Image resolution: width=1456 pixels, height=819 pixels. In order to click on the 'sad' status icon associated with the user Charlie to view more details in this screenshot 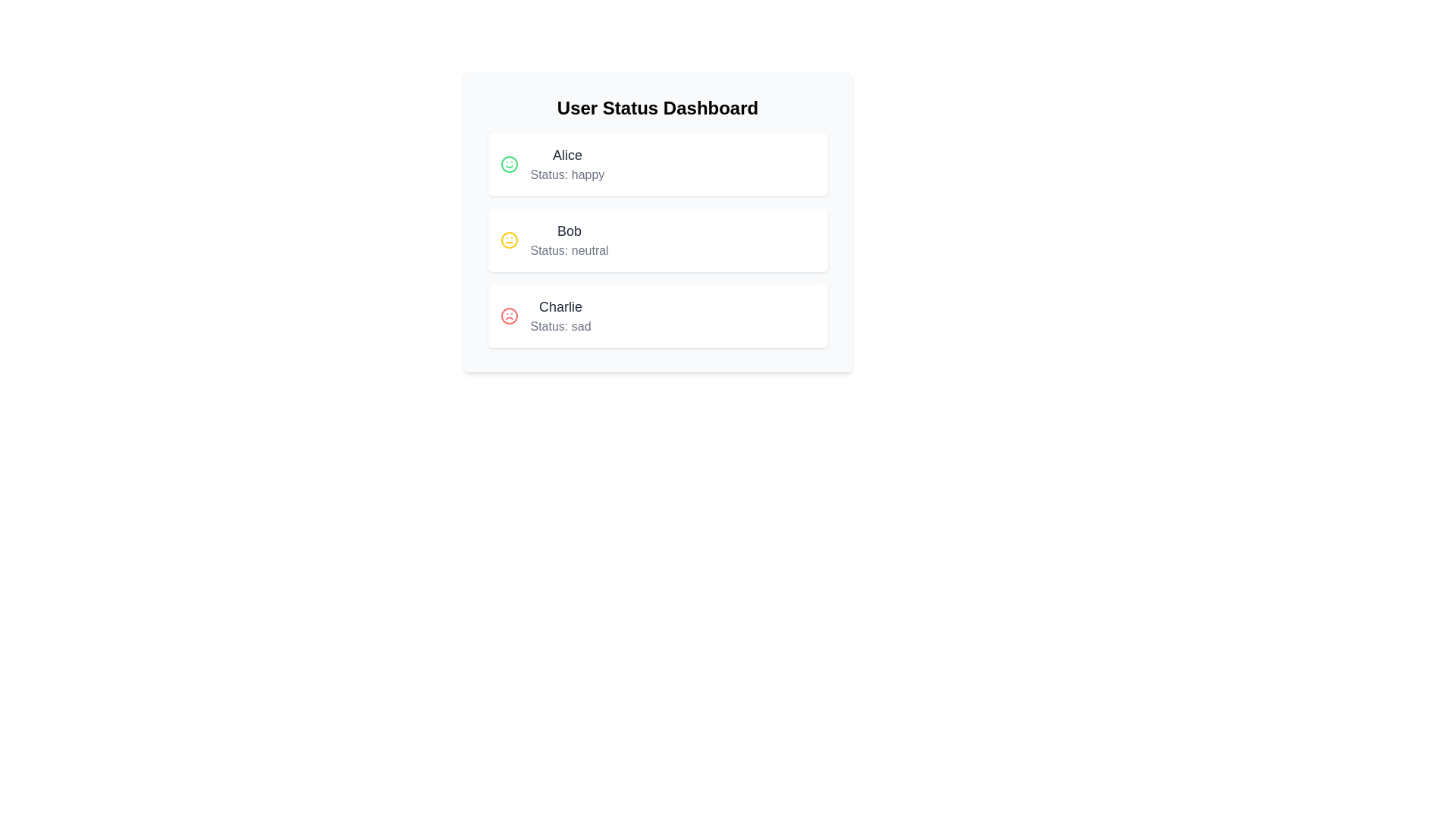, I will do `click(509, 315)`.